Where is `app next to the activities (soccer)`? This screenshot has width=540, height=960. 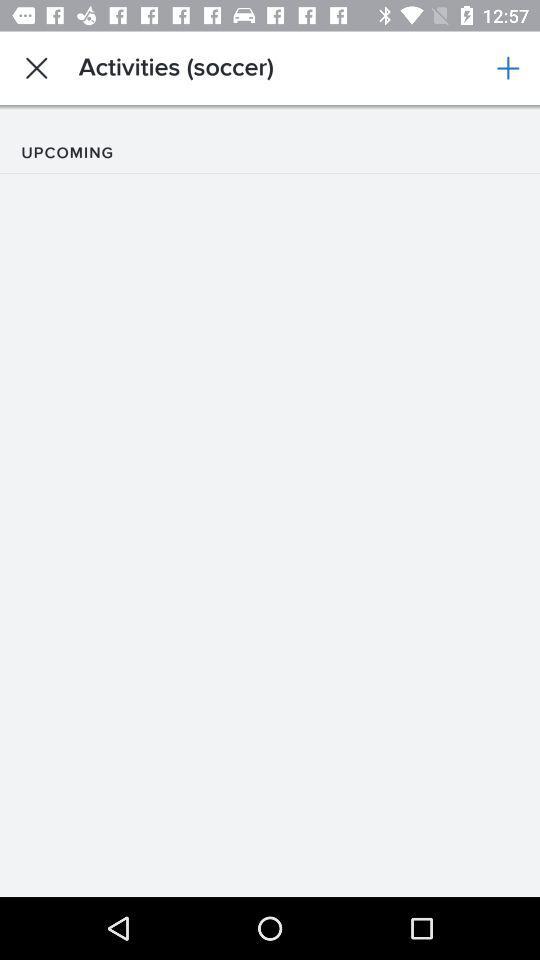 app next to the activities (soccer) is located at coordinates (508, 68).